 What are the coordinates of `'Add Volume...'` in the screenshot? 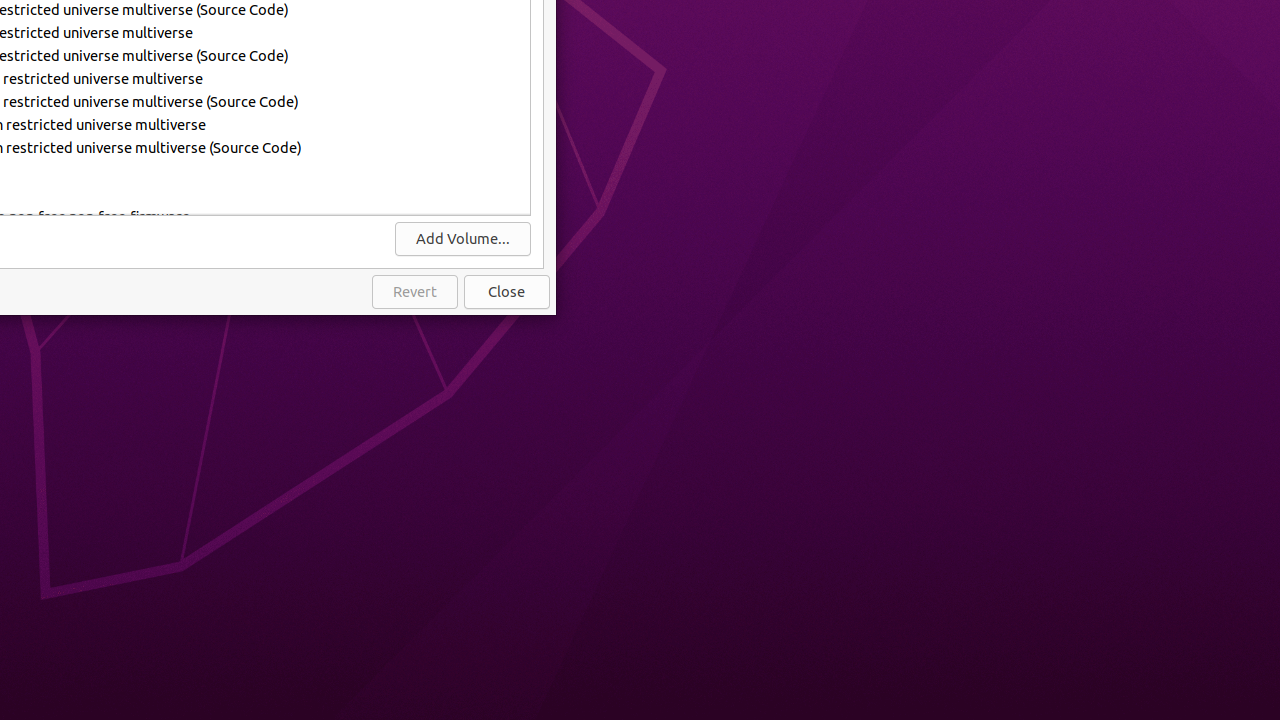 It's located at (461, 237).